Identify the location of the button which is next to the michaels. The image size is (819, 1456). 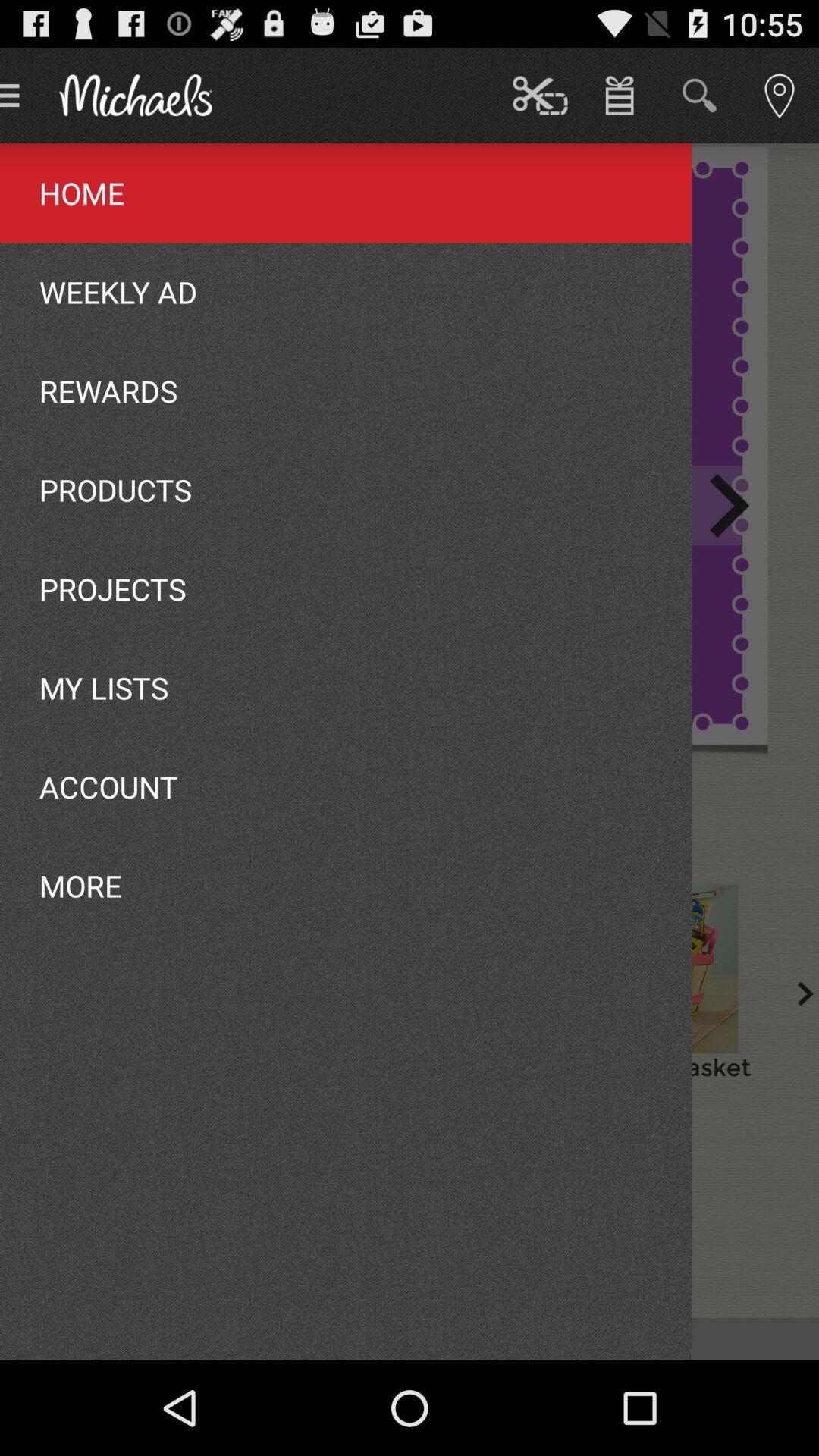
(539, 94).